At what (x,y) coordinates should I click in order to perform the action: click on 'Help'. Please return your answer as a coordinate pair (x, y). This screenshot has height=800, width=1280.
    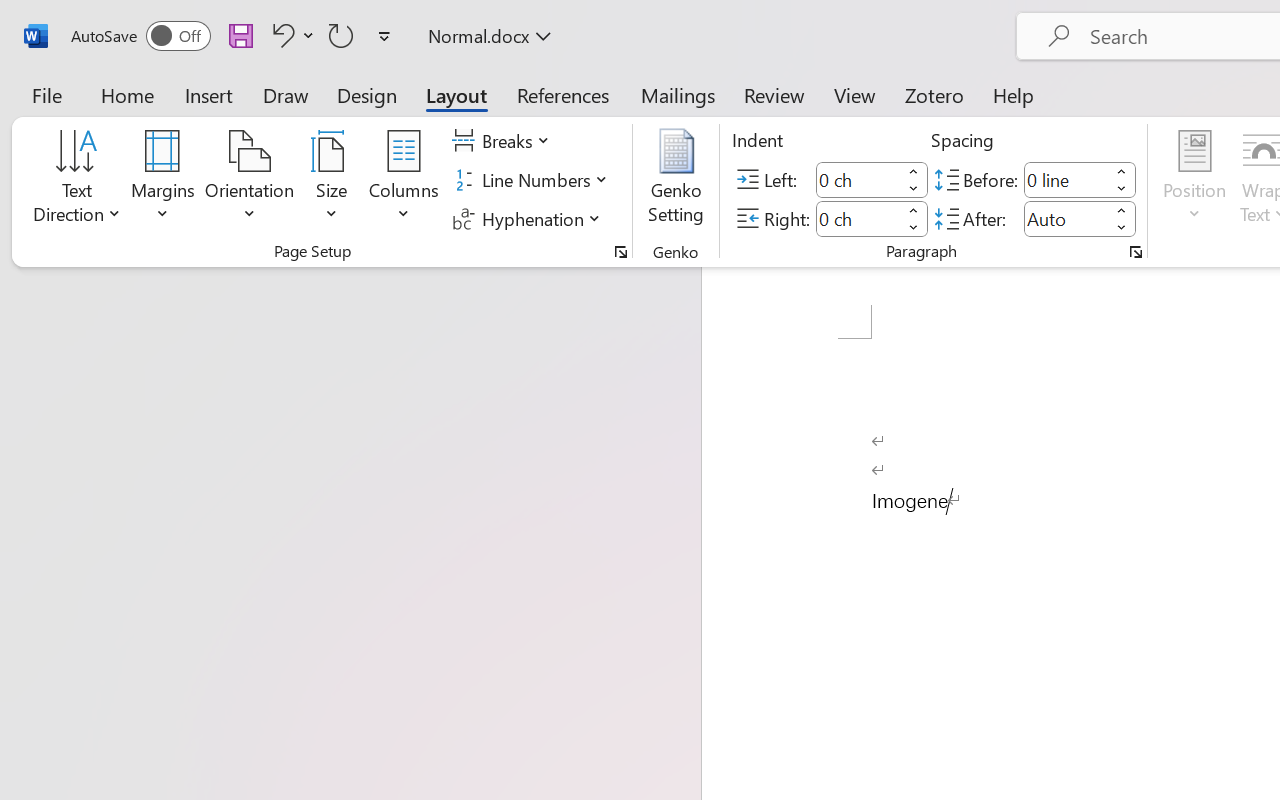
    Looking at the image, I should click on (1013, 94).